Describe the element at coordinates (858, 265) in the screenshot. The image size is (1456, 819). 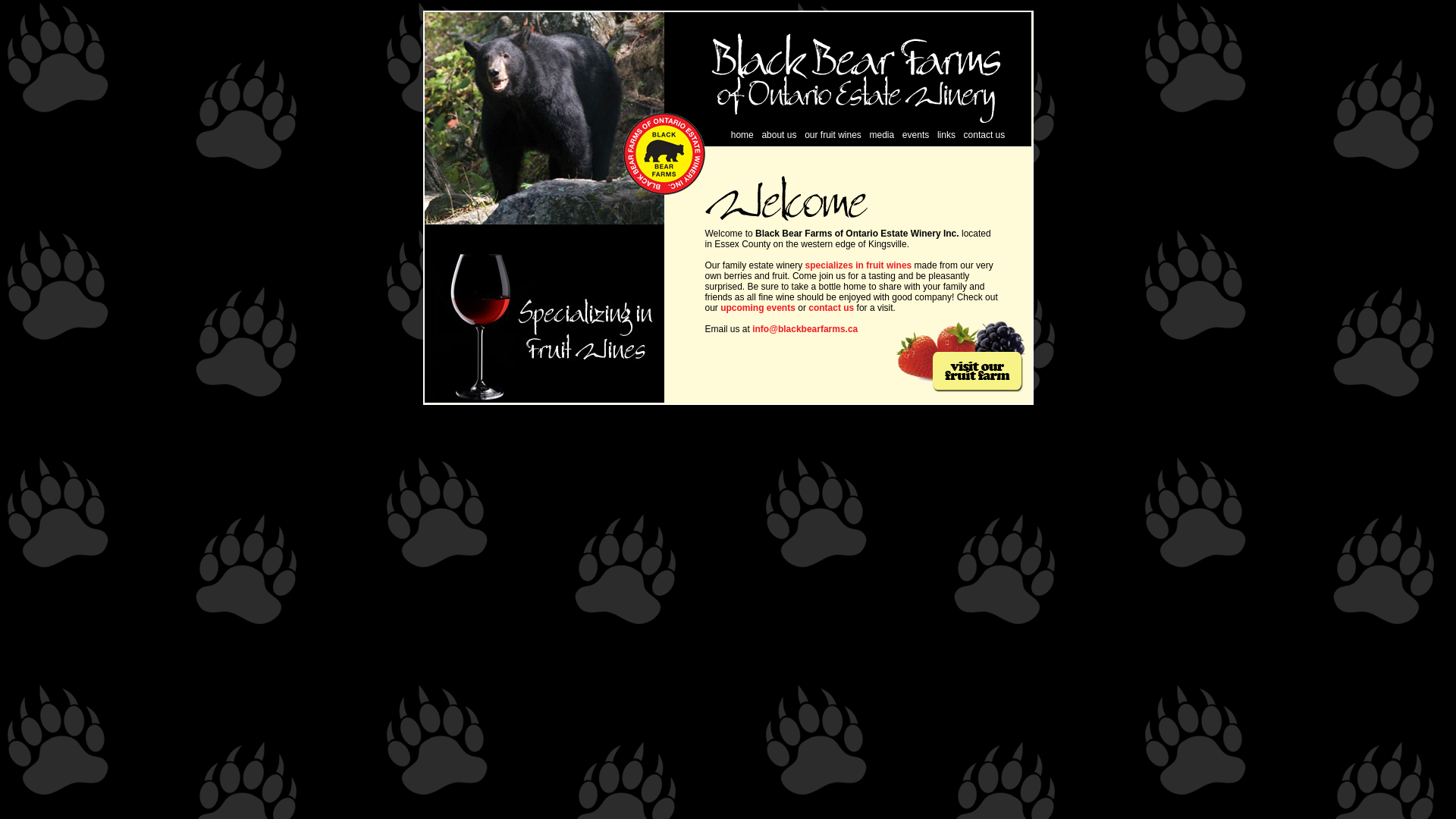
I see `'specializes in fruit wines'` at that location.